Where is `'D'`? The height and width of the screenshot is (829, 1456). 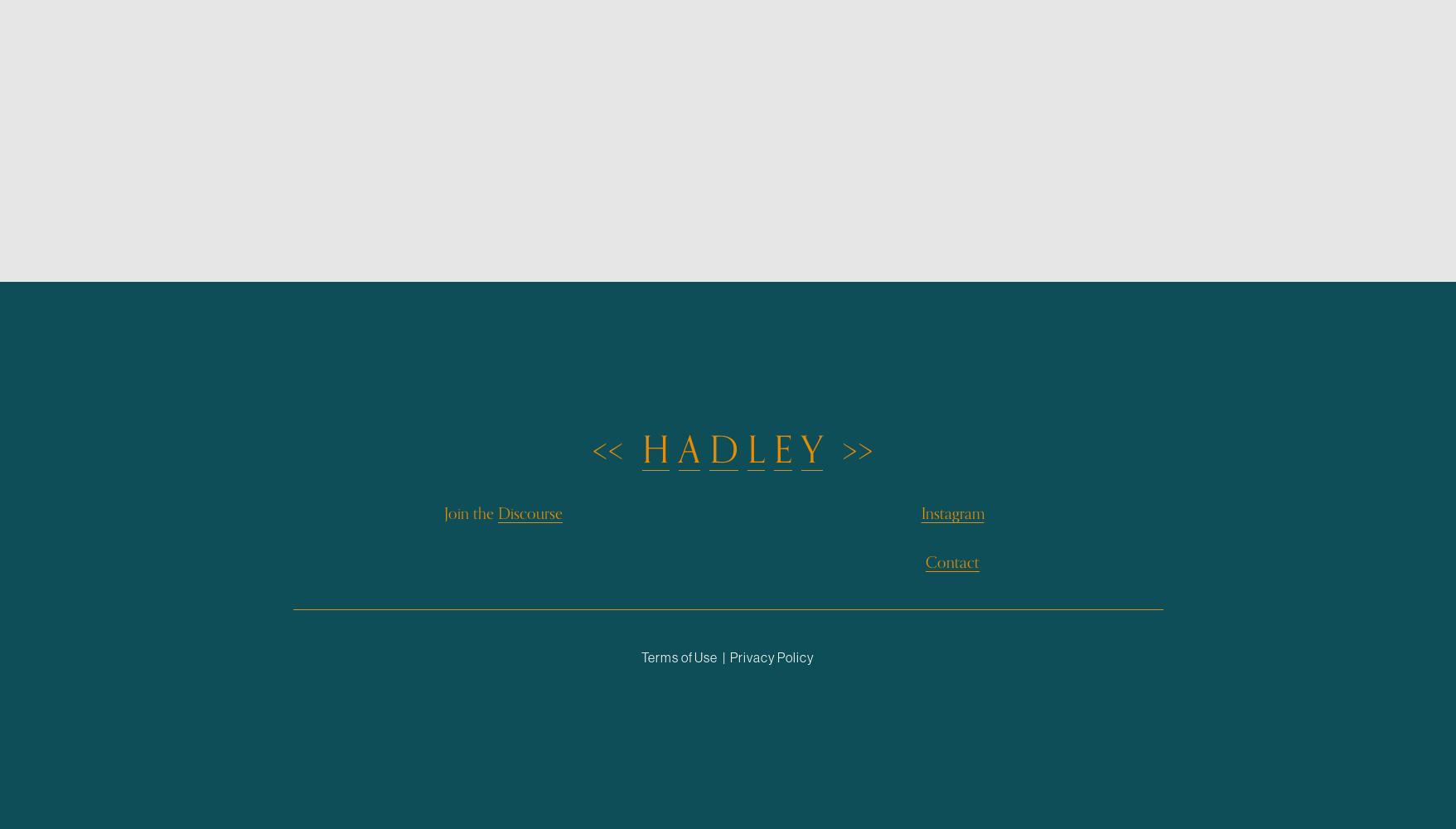
'D' is located at coordinates (723, 450).